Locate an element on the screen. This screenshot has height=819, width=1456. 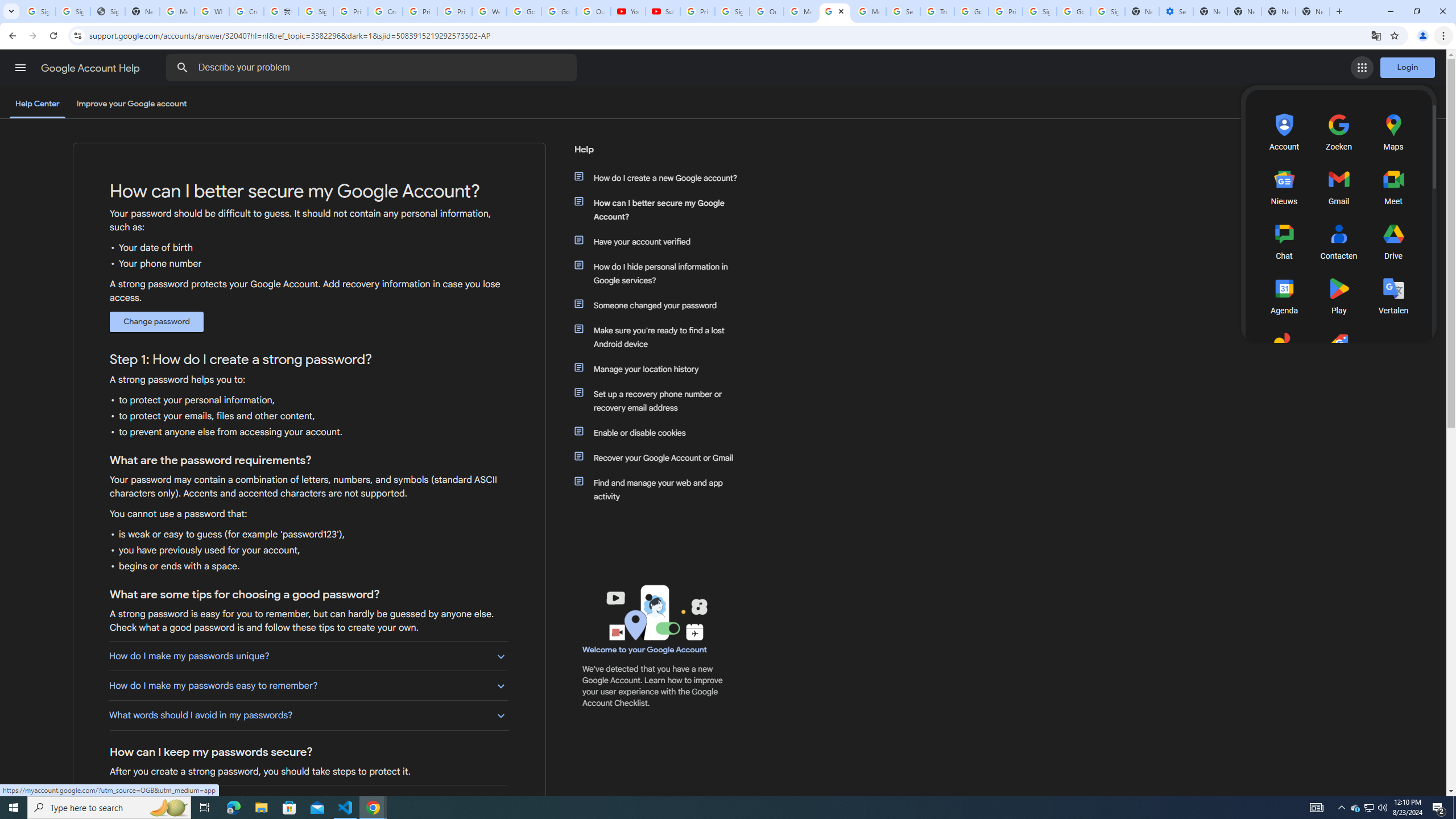
'Search our Doodle Library Collection - Google Doodles' is located at coordinates (903, 11).